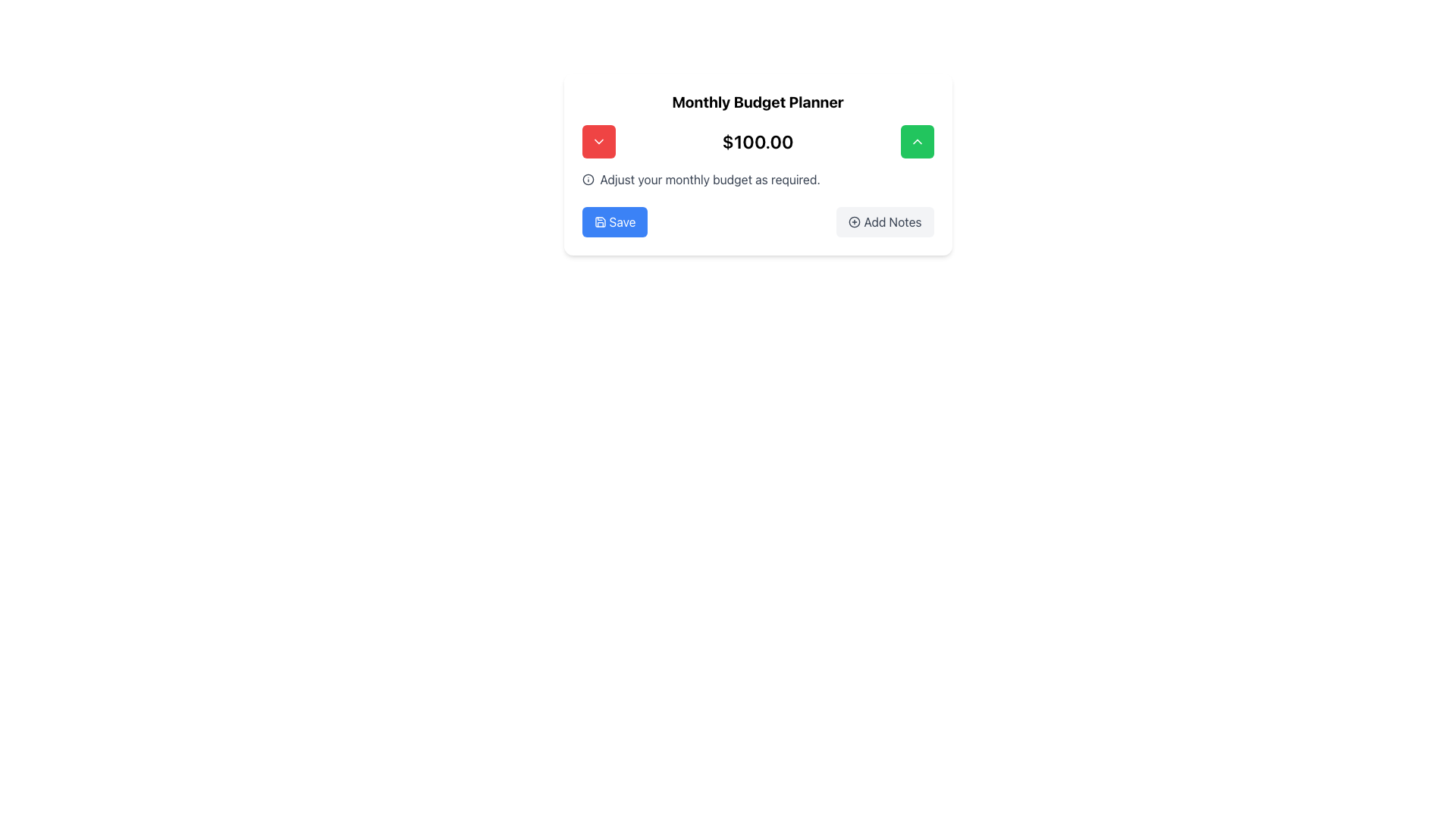  I want to click on the static text display showing the monetary value '$100.00', which is located below the title 'Monthly Budget Planner' and between the red and green buttons, so click(758, 141).